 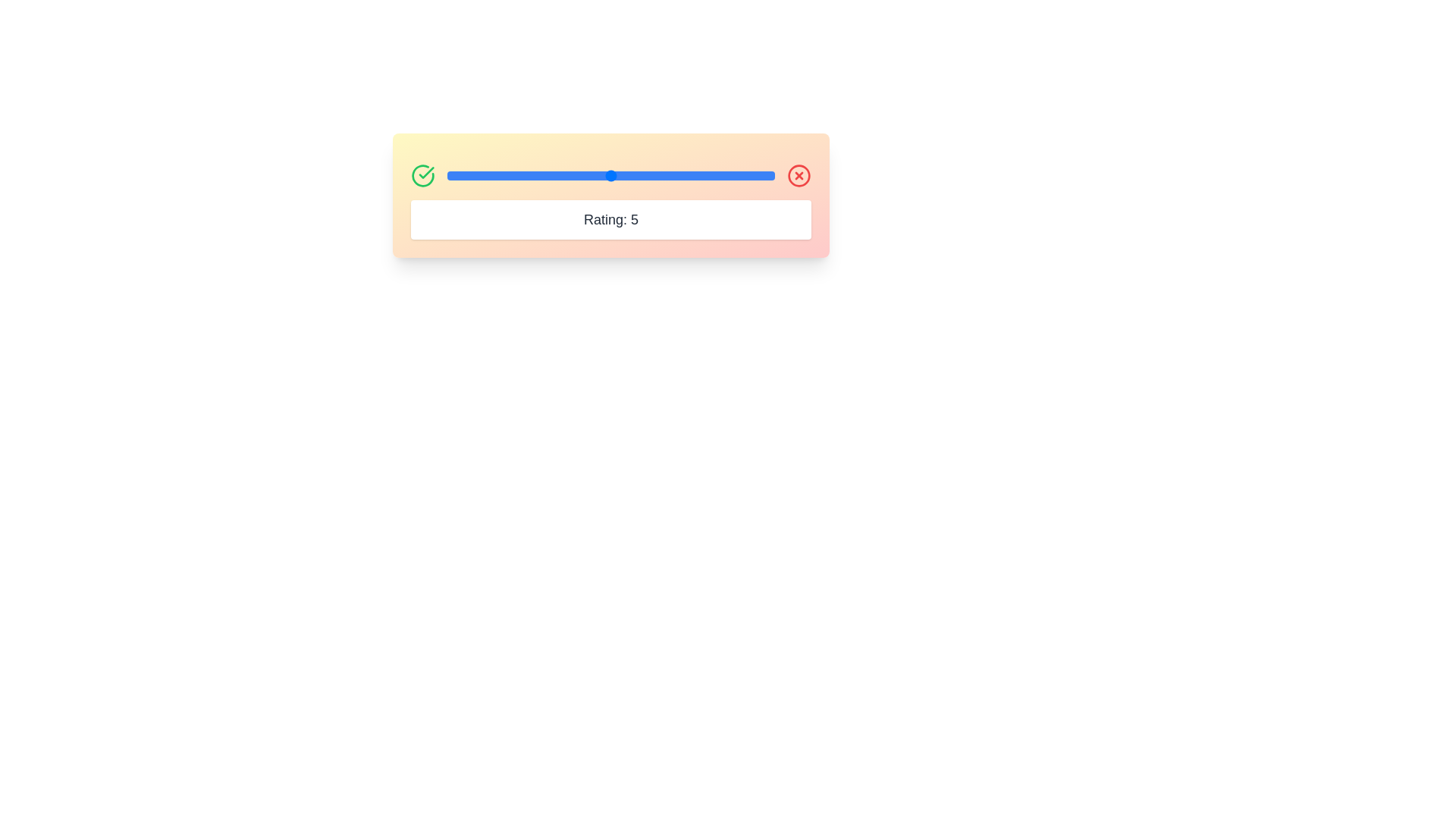 I want to click on the slider, so click(x=577, y=174).